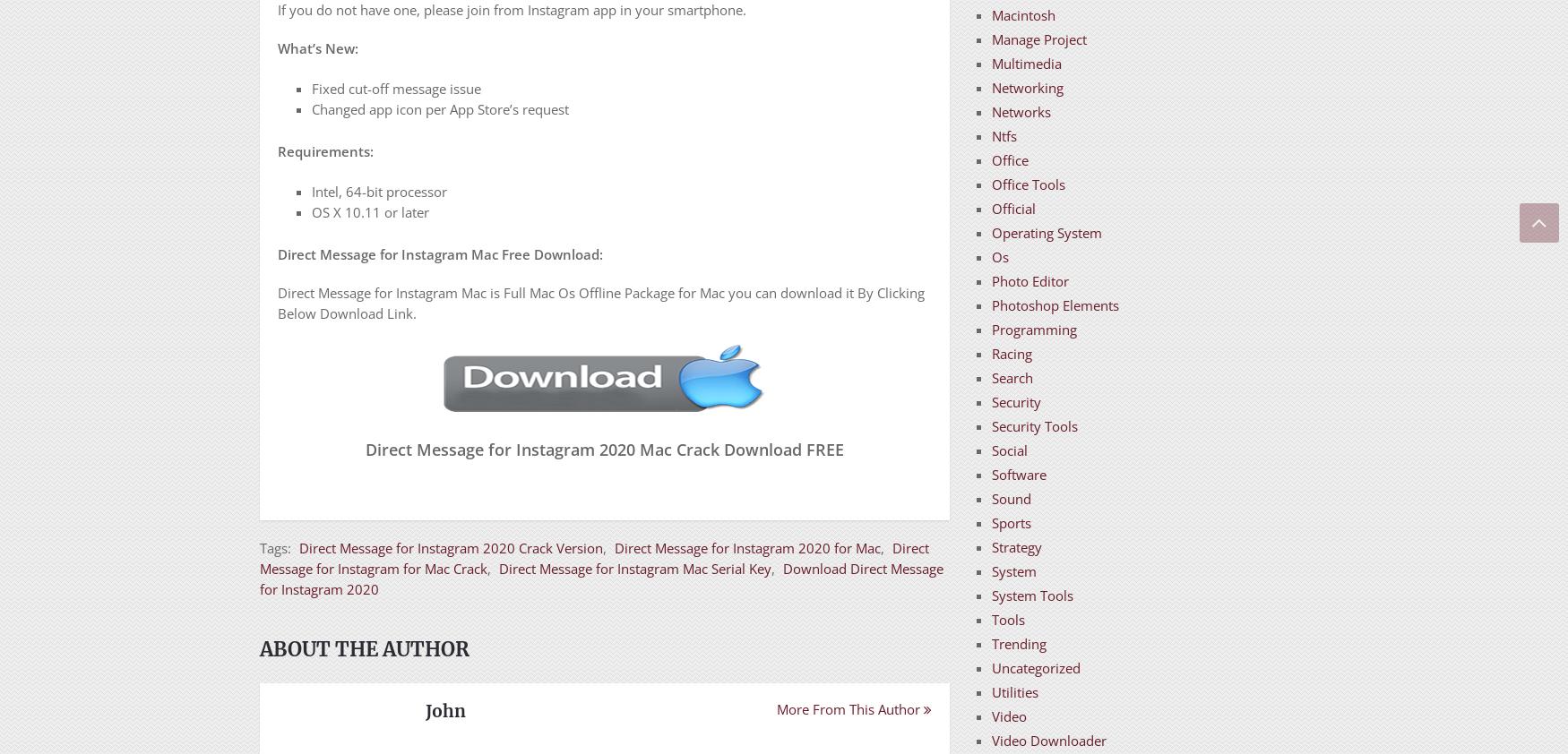 This screenshot has width=1568, height=754. I want to click on 'Intel, 64-bit processor', so click(311, 192).